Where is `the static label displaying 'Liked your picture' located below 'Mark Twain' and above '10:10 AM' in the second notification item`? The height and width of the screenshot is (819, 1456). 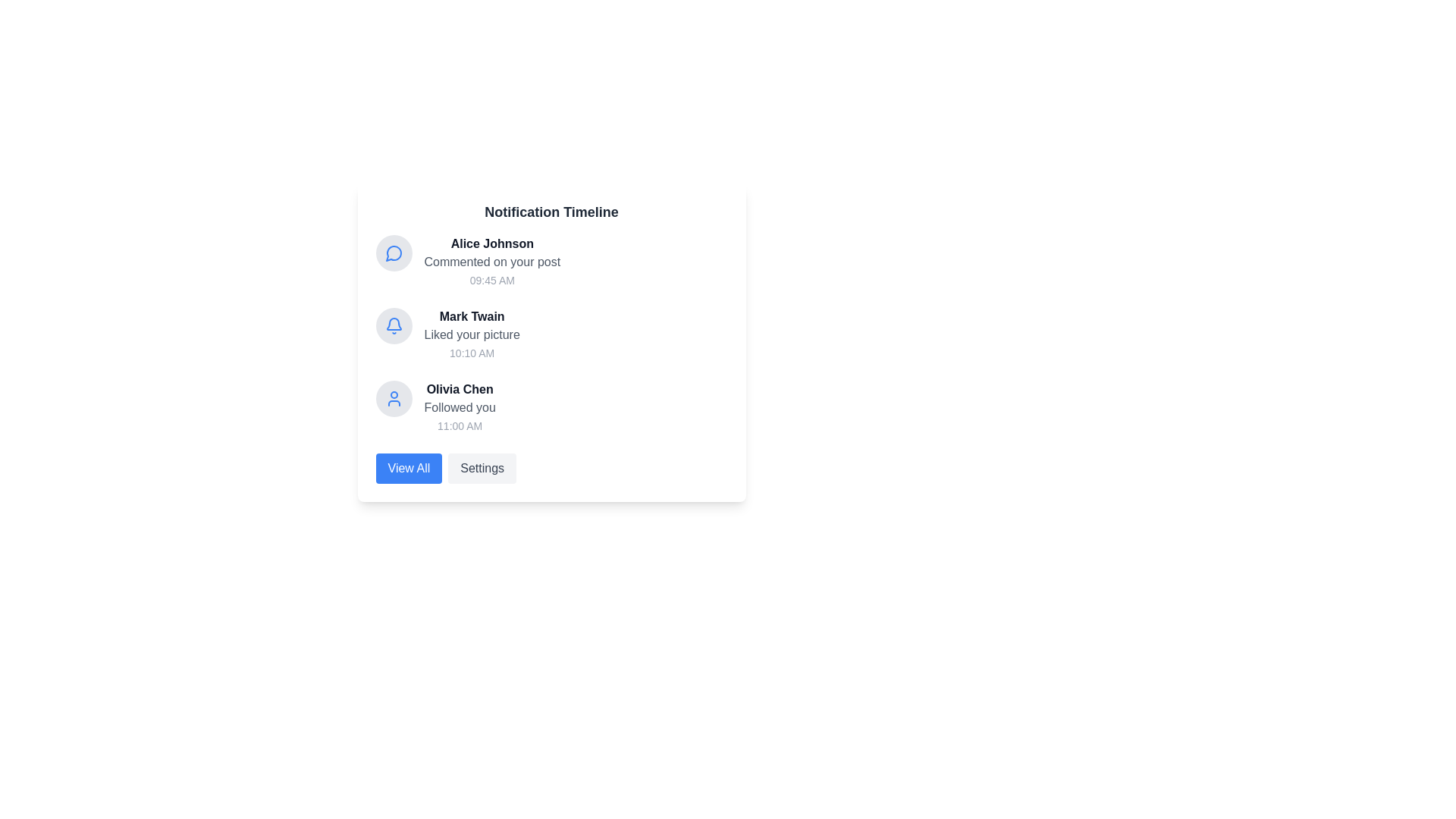
the static label displaying 'Liked your picture' located below 'Mark Twain' and above '10:10 AM' in the second notification item is located at coordinates (471, 334).